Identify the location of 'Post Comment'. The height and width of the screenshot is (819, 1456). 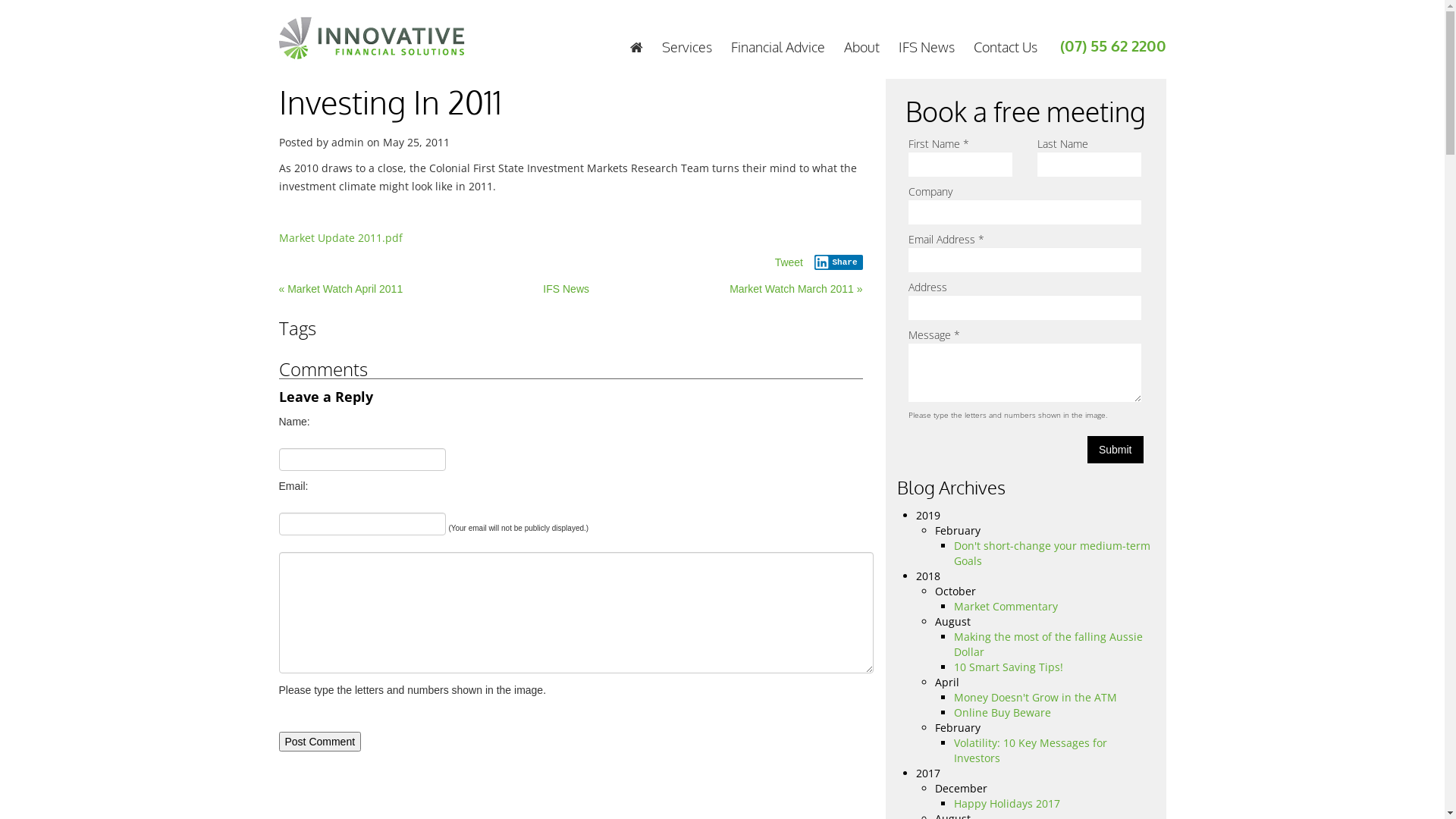
(319, 741).